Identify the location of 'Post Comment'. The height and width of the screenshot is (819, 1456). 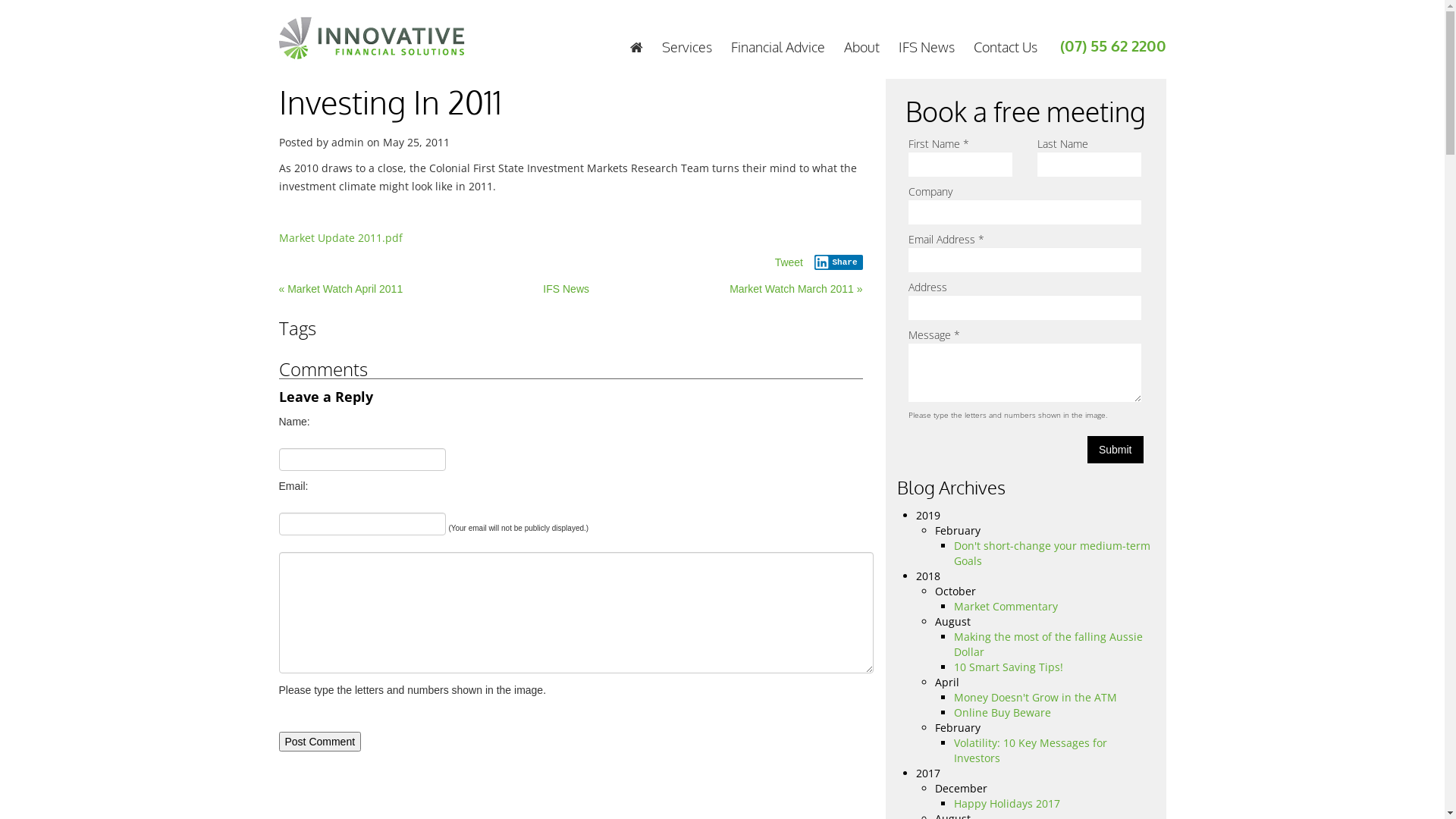
(319, 741).